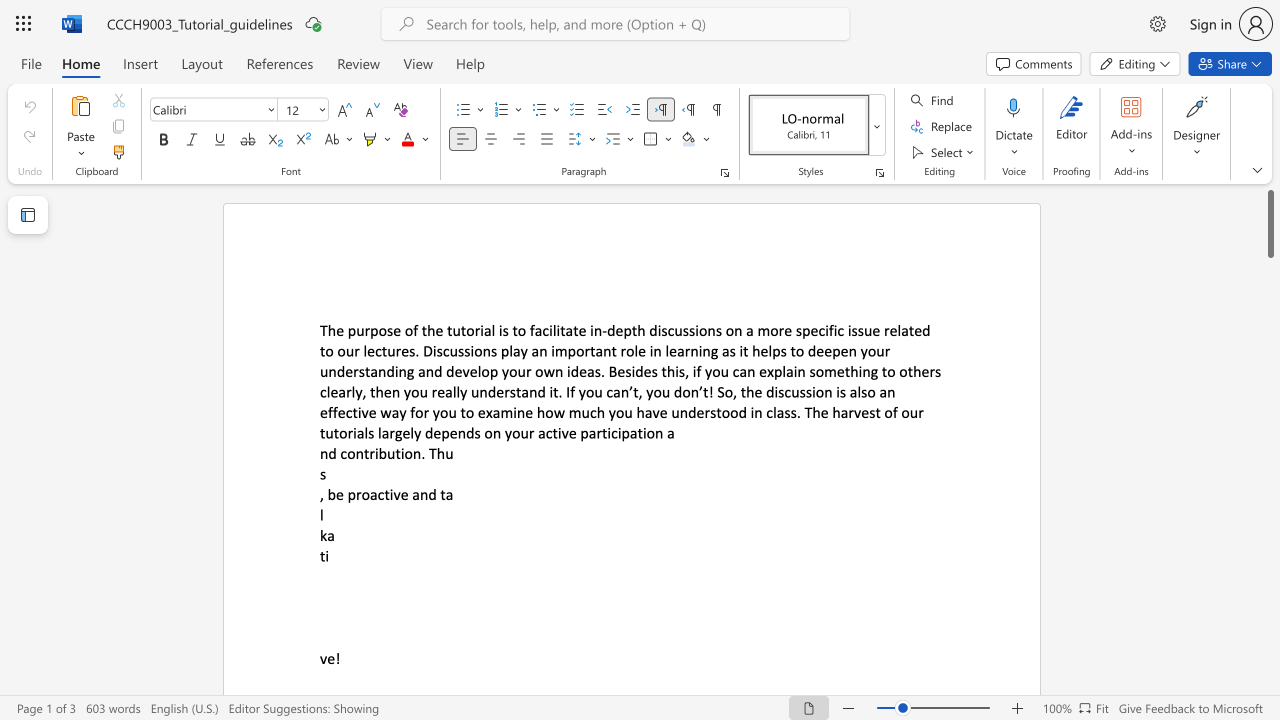 The image size is (1280, 720). Describe the element at coordinates (1269, 588) in the screenshot. I see `the scrollbar to adjust the page downward` at that location.